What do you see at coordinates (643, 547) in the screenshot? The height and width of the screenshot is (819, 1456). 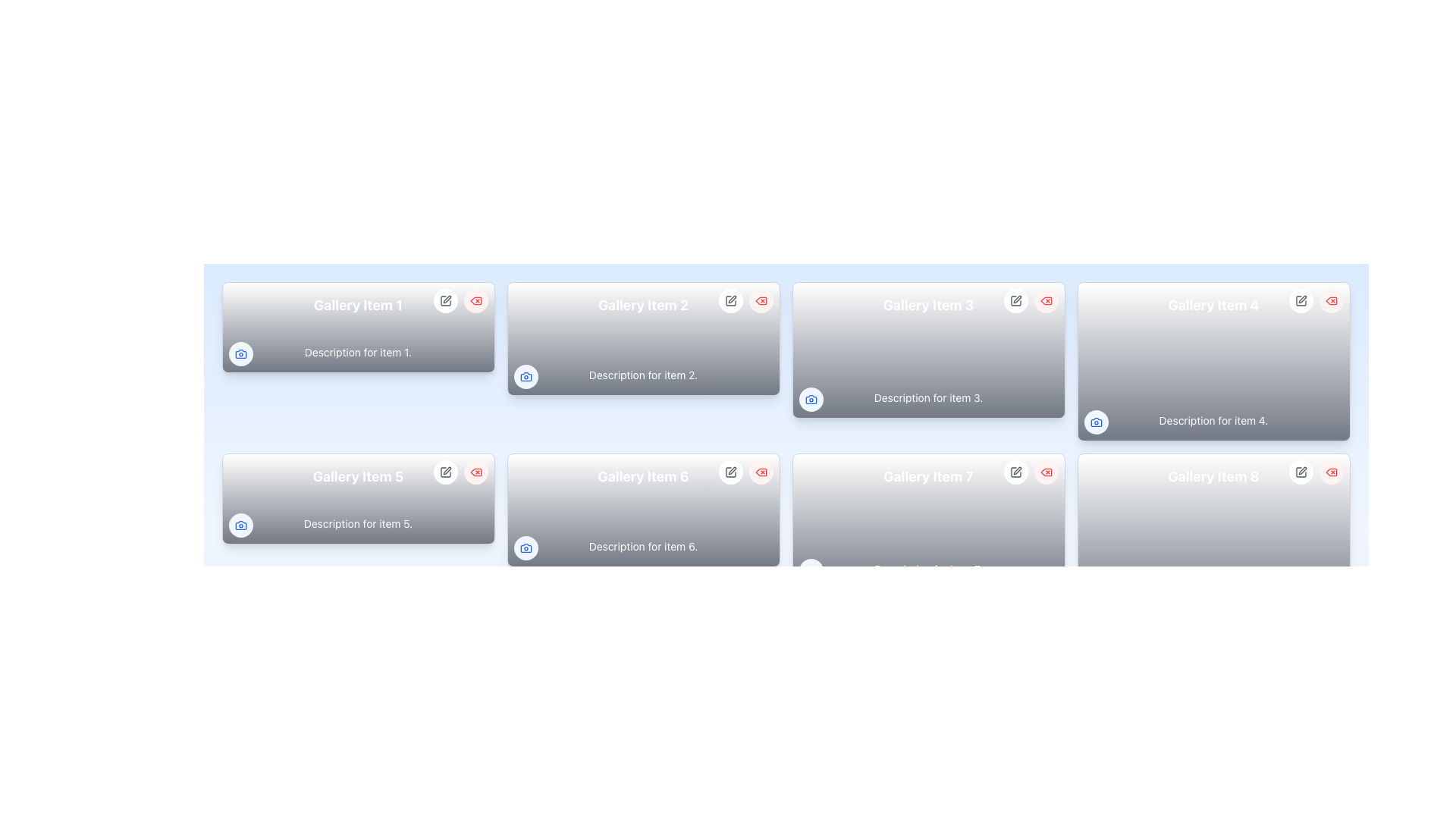 I see `text content of the Text Label located below the title 'Gallery Item 6' in the sixth item of the gallery layout` at bounding box center [643, 547].